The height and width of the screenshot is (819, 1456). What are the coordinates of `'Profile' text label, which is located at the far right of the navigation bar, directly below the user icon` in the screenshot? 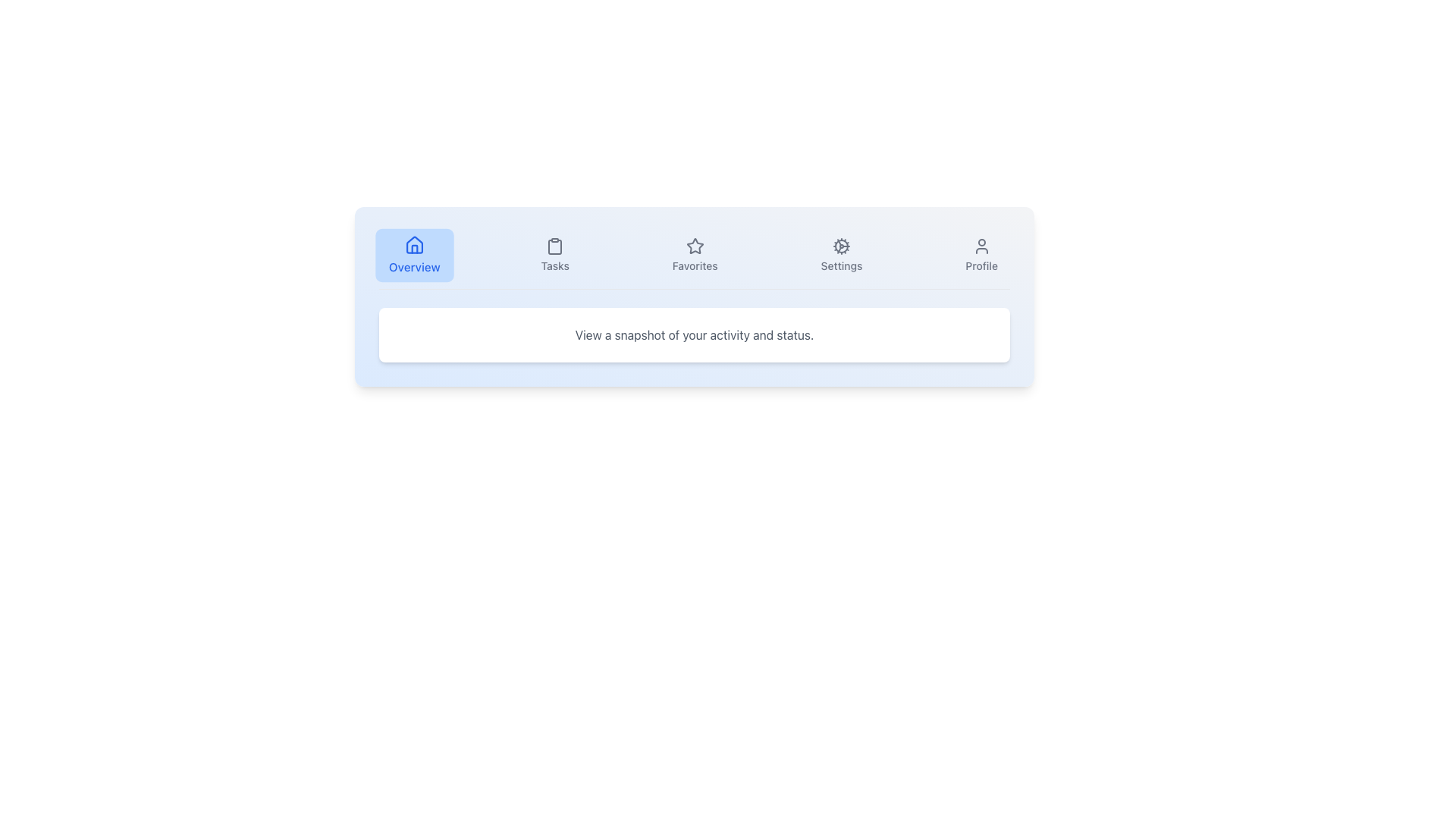 It's located at (981, 265).